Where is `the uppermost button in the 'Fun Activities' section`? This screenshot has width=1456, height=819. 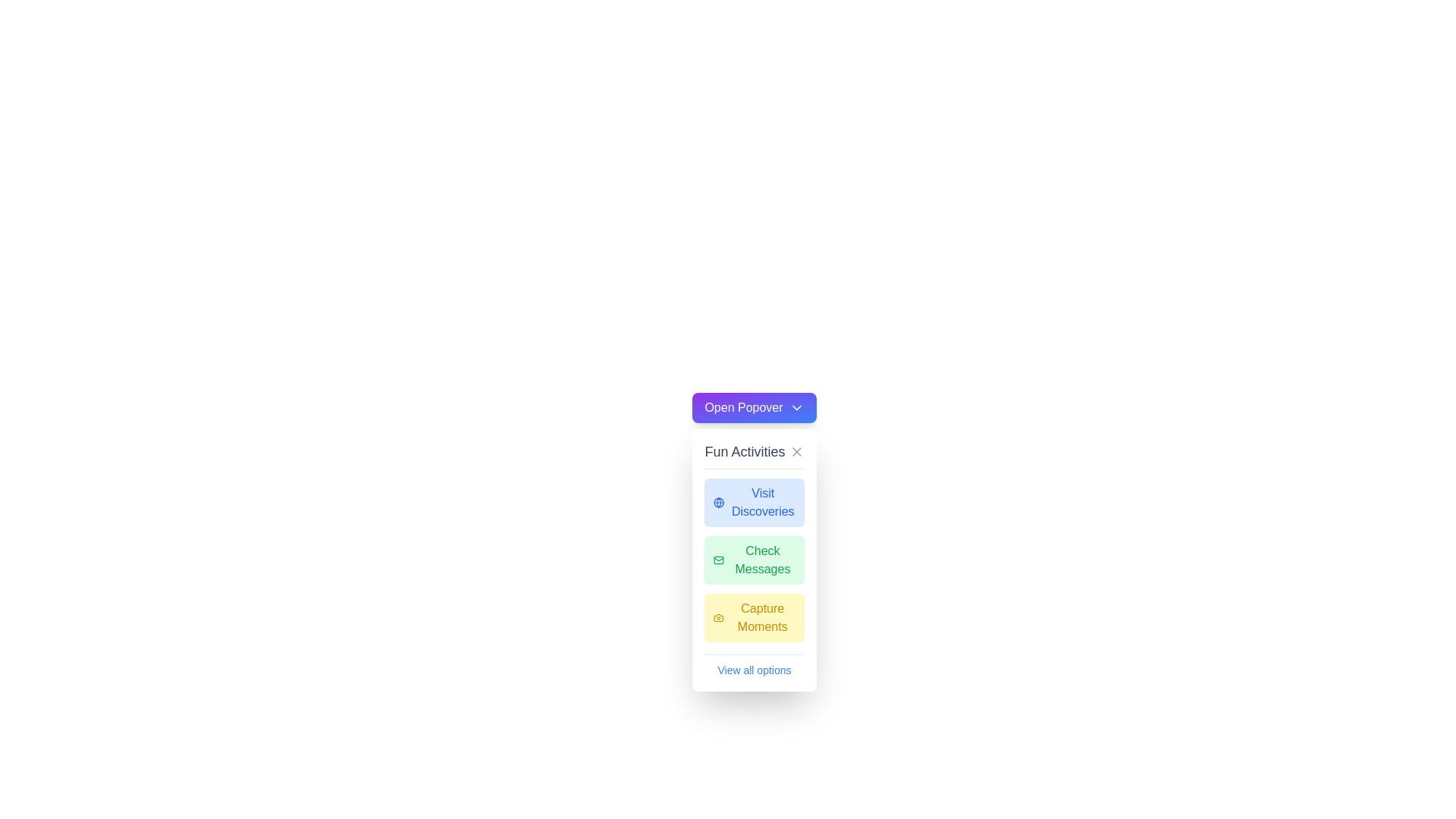
the uppermost button in the 'Fun Activities' section is located at coordinates (754, 503).